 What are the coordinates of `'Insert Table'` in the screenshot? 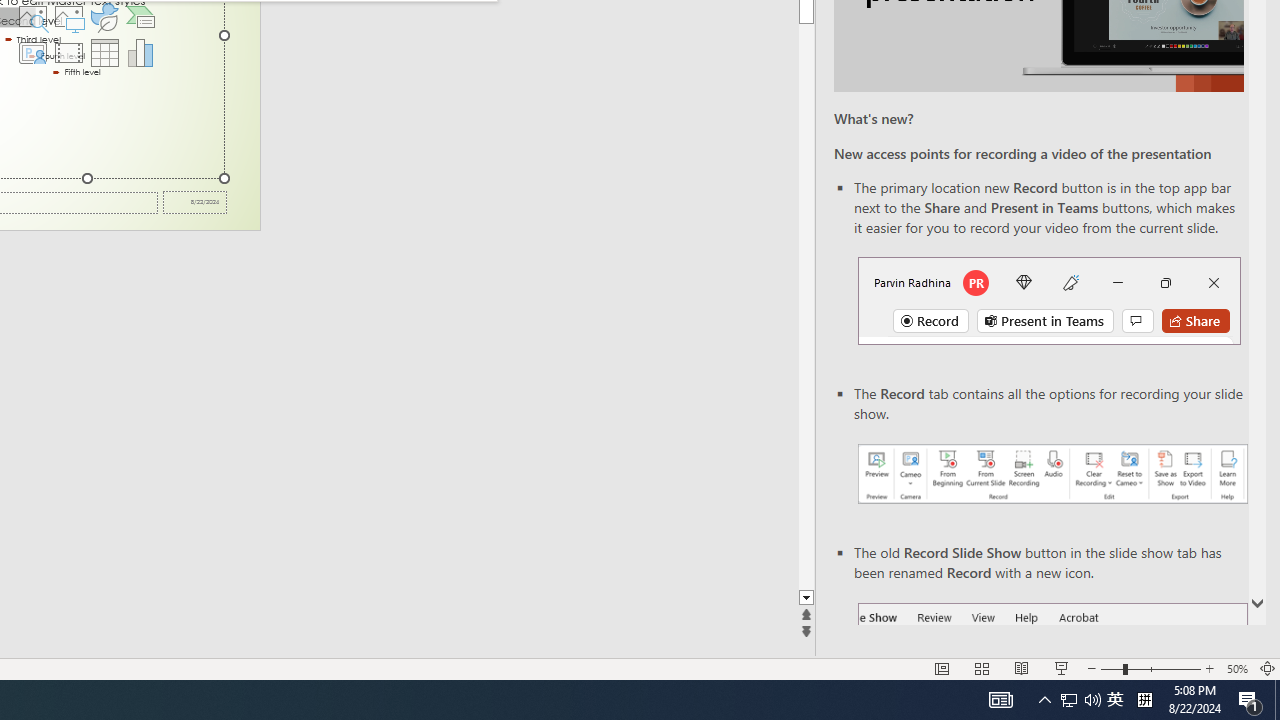 It's located at (104, 51).